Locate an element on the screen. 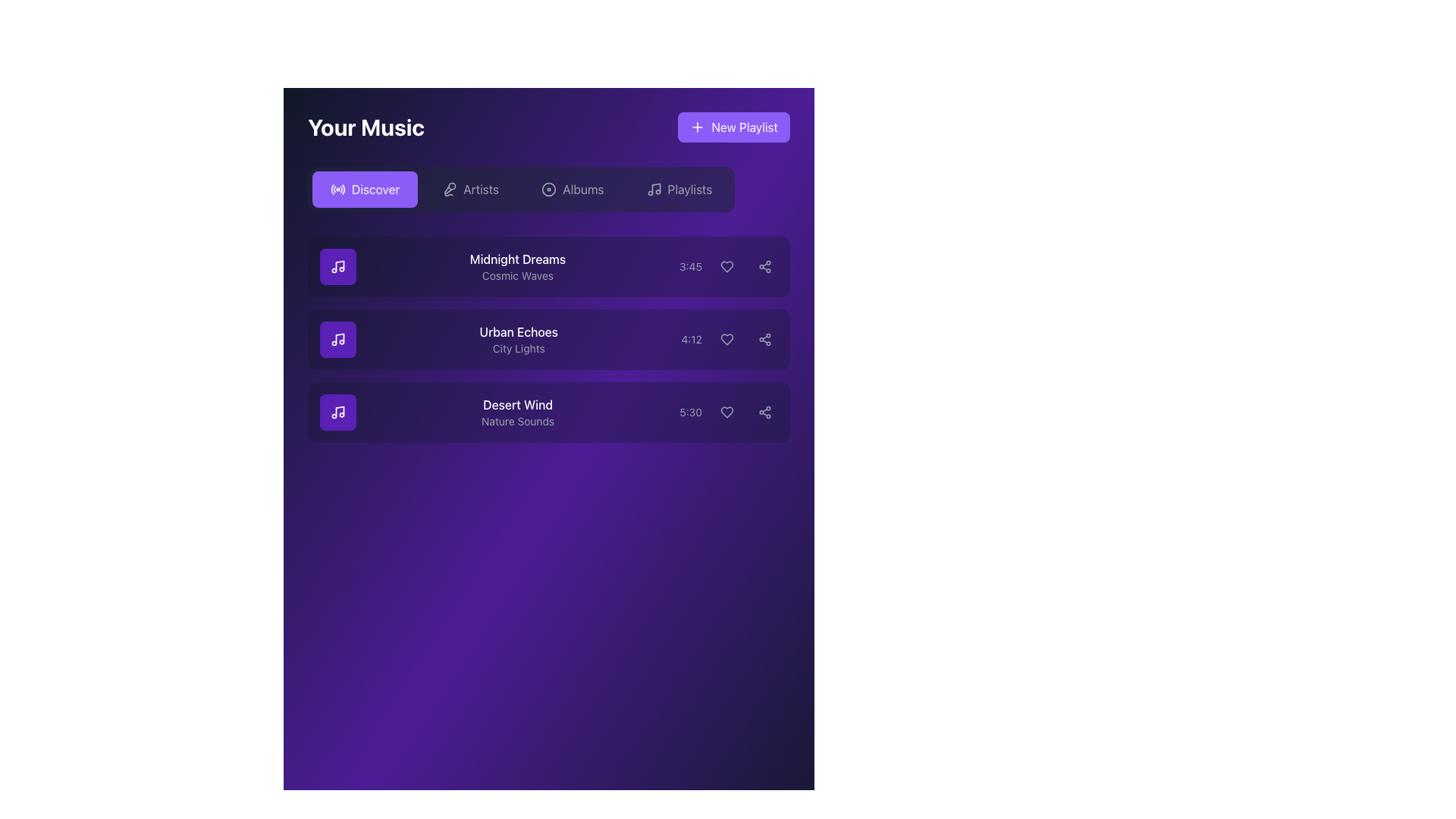 The width and height of the screenshot is (1456, 819). the static text label displaying the duration '4:12' of the song 'Urban Echoes', which is styled in gray and semi-transparent within the second row of the song list is located at coordinates (691, 338).